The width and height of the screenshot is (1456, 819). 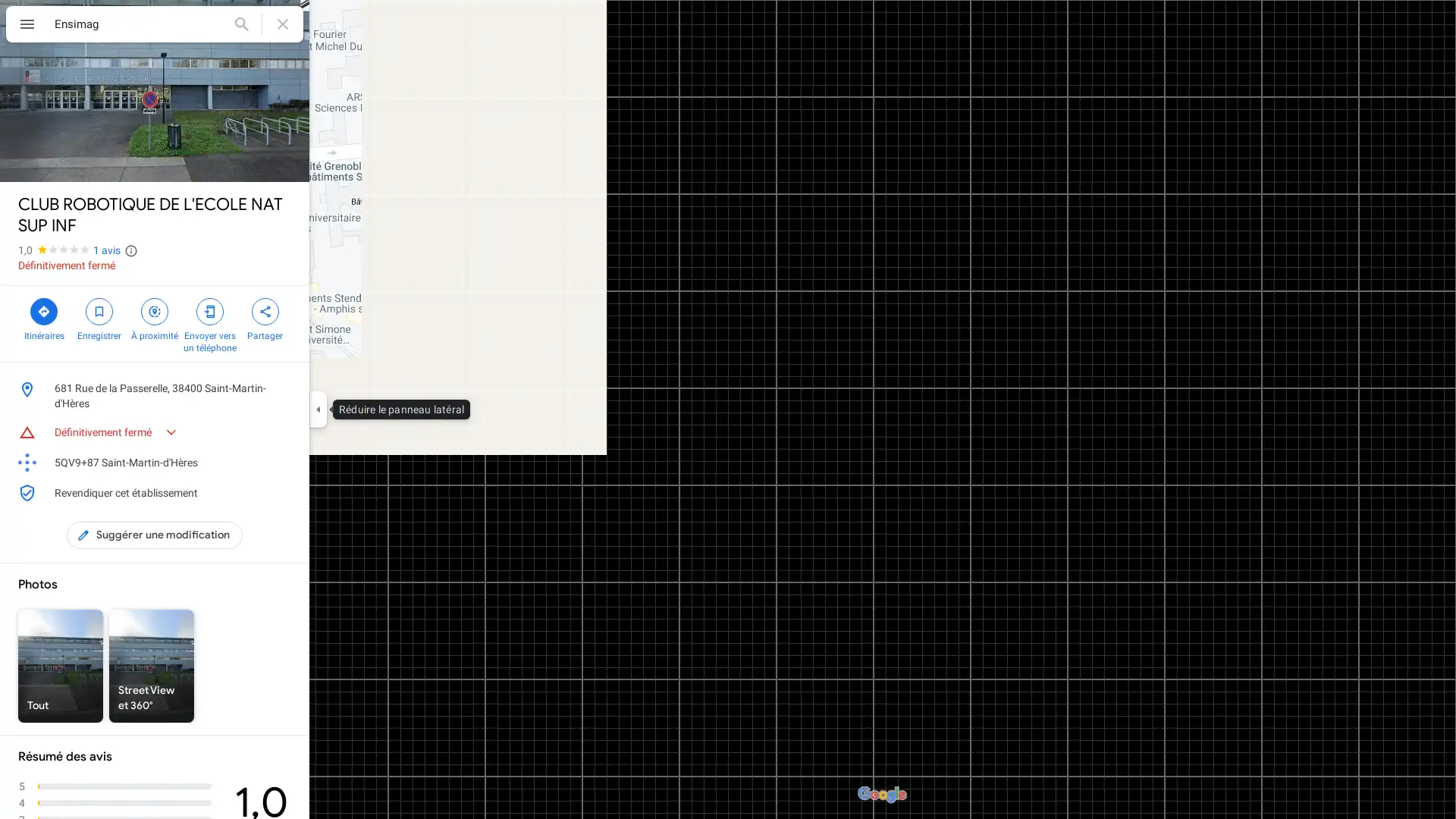 I want to click on 1 avis, so click(x=105, y=249).